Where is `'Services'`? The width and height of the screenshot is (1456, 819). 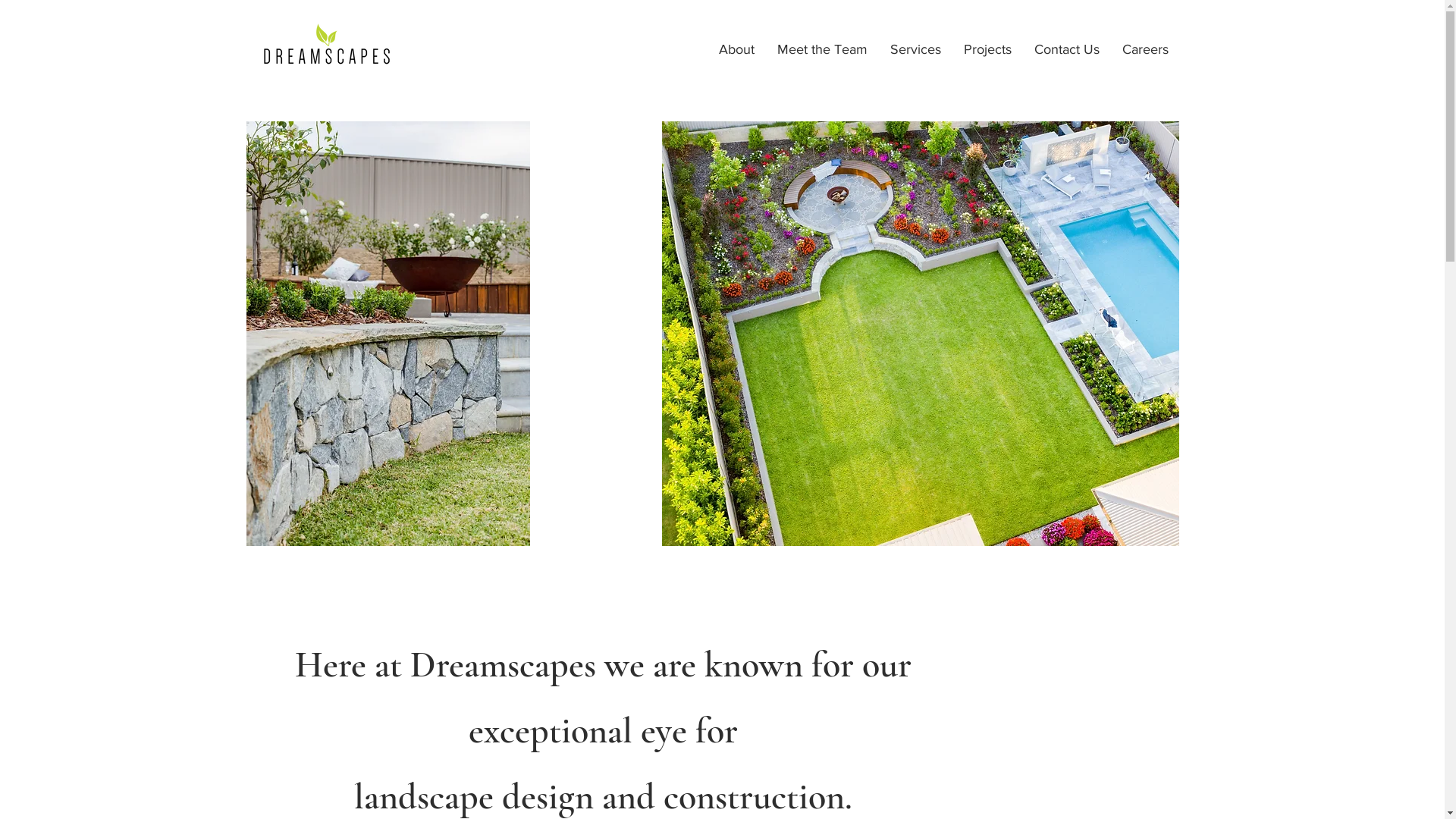 'Services' is located at coordinates (914, 49).